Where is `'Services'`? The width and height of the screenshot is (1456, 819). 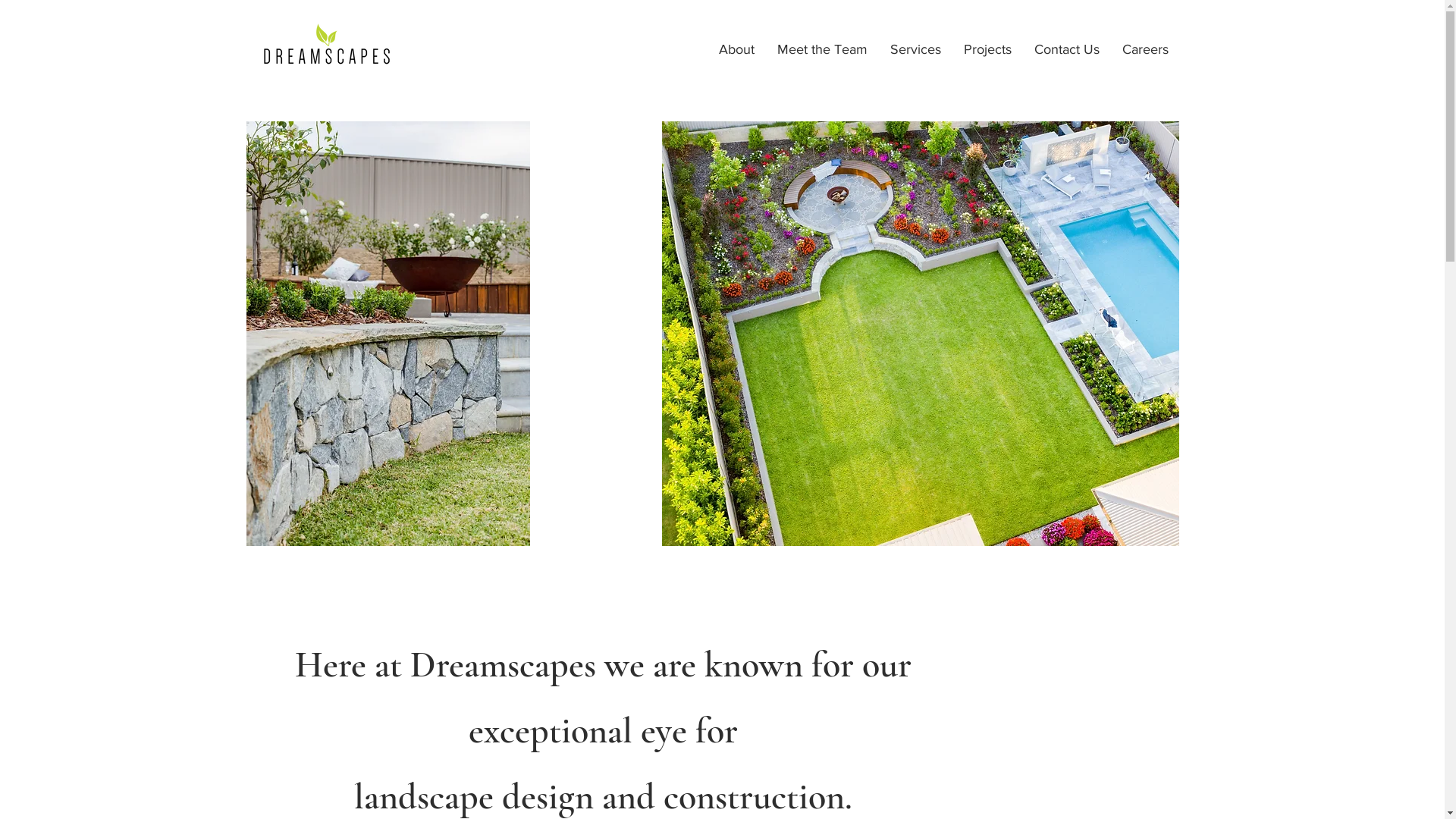 'Services' is located at coordinates (914, 49).